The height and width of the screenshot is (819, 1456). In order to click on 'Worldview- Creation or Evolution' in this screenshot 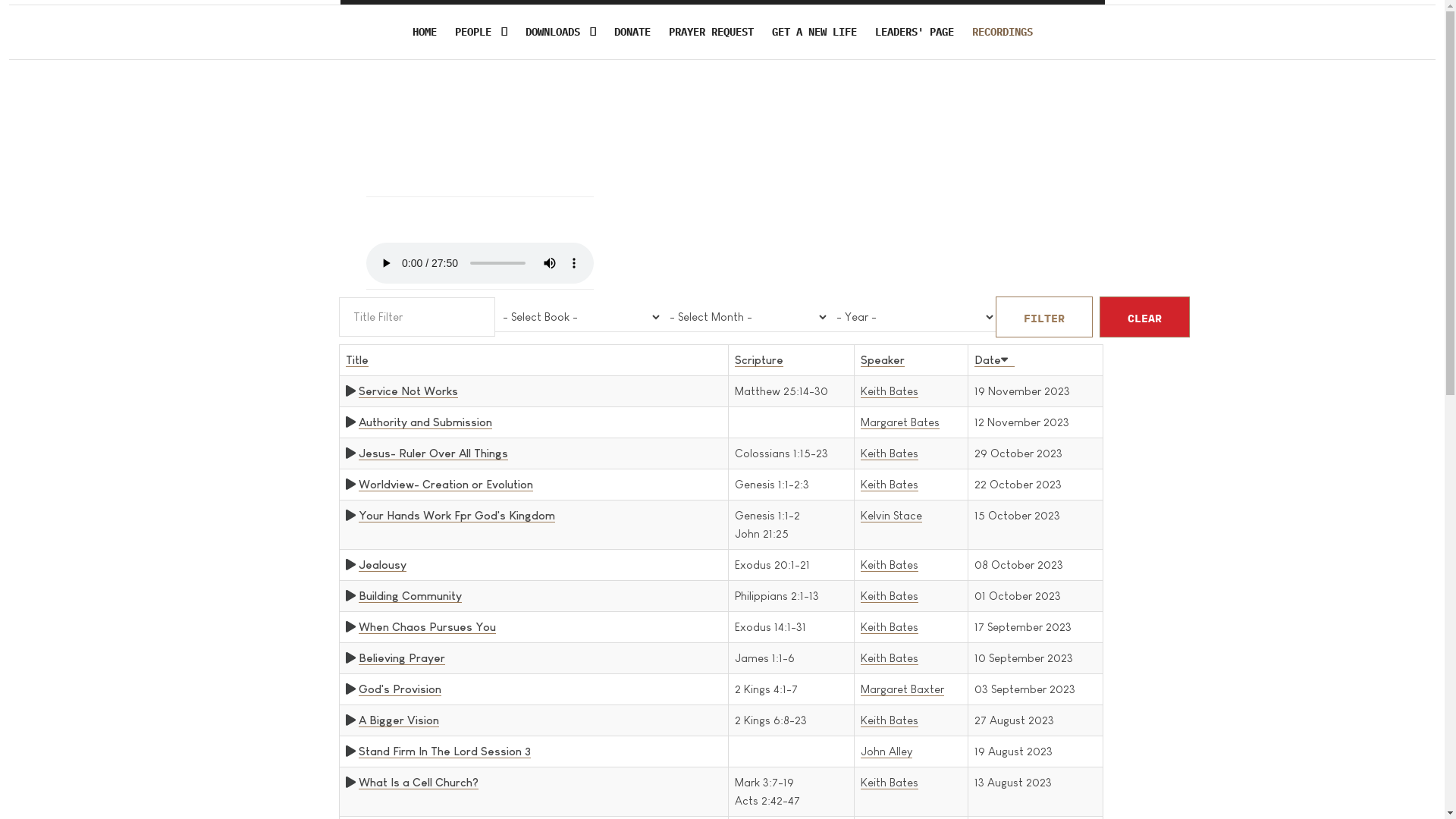, I will do `click(444, 485)`.